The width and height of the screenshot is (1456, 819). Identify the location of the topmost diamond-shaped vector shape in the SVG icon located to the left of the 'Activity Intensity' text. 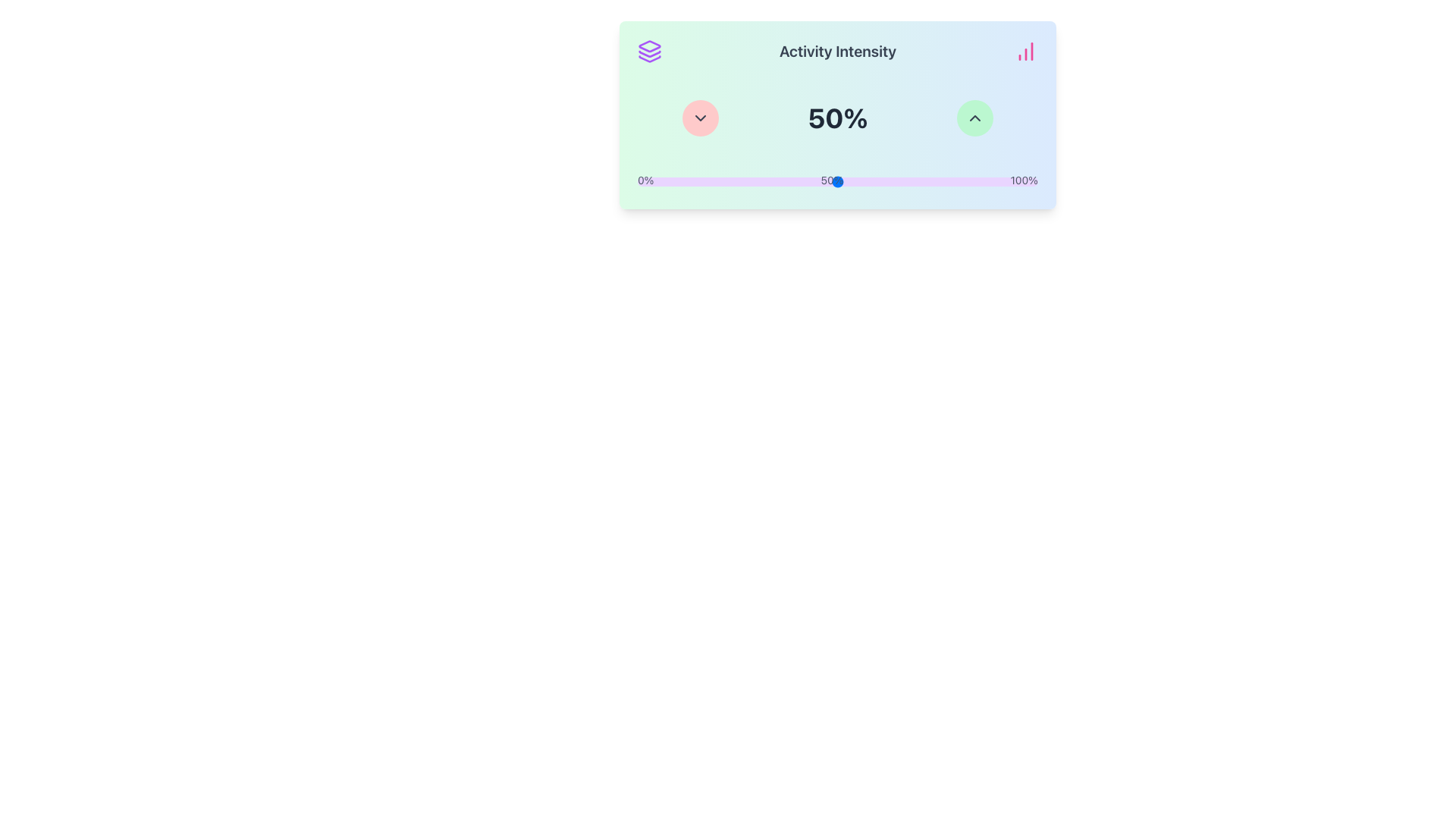
(650, 45).